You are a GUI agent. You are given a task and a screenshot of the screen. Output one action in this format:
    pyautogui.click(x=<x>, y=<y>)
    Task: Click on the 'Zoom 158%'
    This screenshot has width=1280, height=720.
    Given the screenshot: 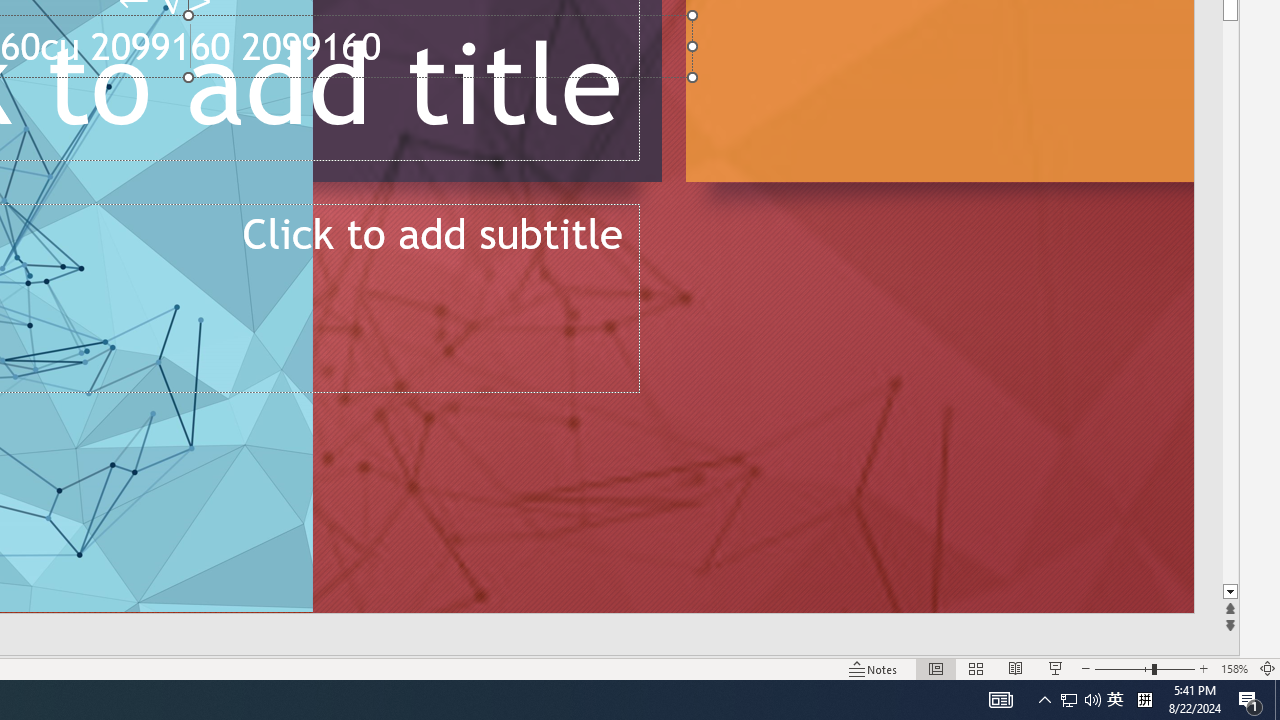 What is the action you would take?
    pyautogui.click(x=1233, y=669)
    